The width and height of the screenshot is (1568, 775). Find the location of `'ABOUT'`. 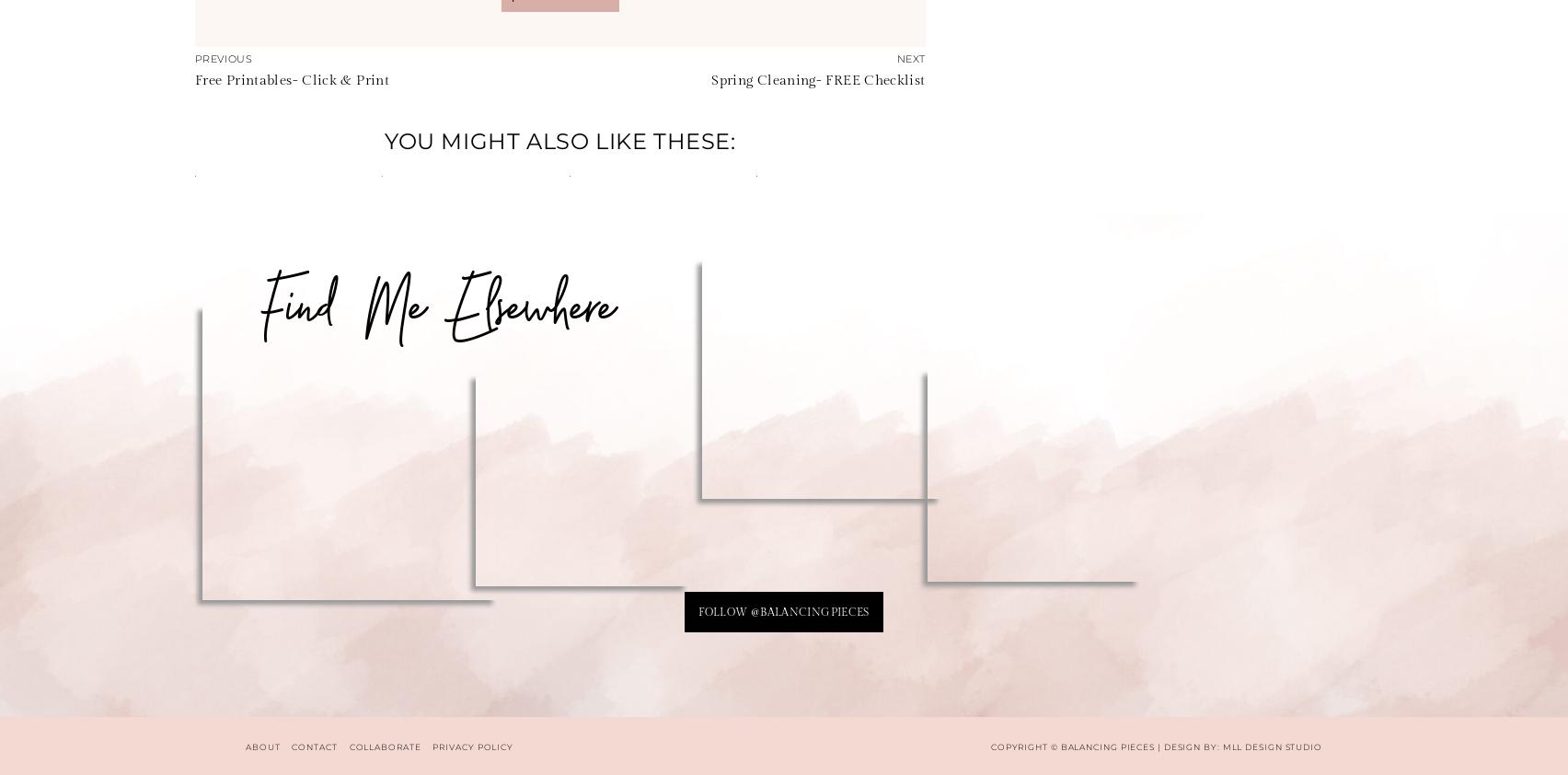

'ABOUT' is located at coordinates (261, 746).